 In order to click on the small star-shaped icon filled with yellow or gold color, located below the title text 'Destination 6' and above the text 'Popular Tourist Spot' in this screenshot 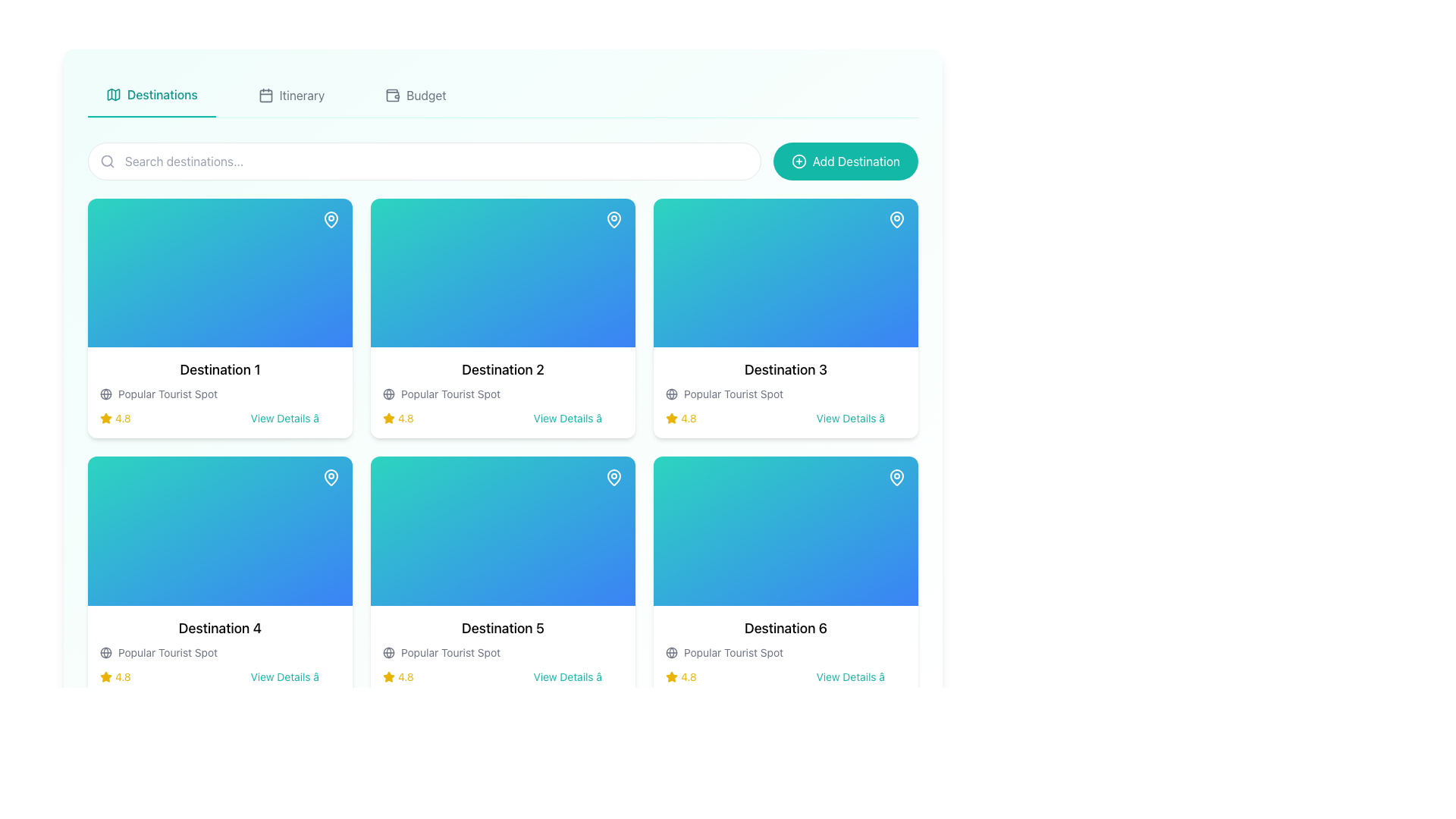, I will do `click(671, 676)`.